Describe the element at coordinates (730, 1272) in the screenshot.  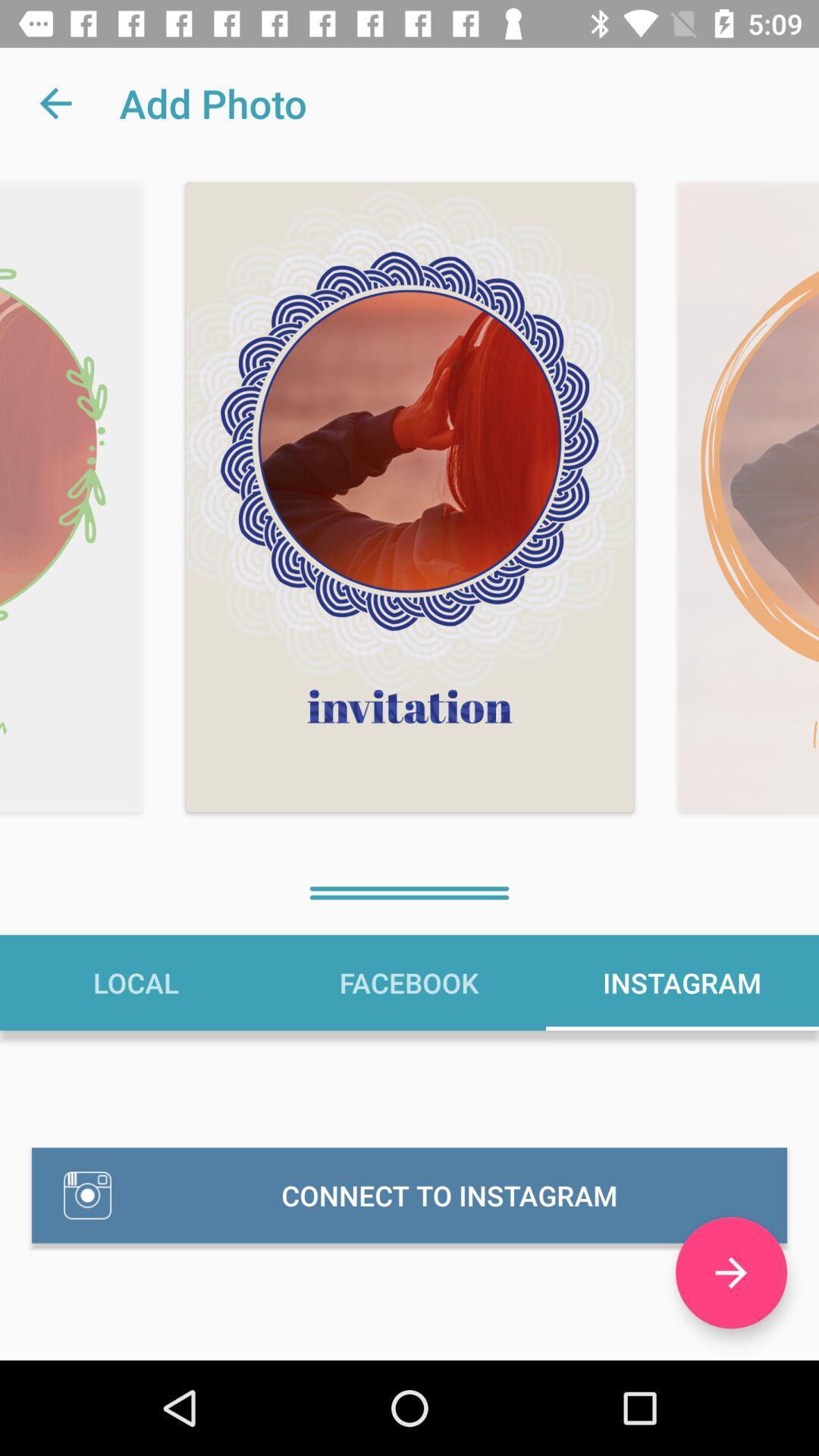
I see `the item below the instagram item` at that location.